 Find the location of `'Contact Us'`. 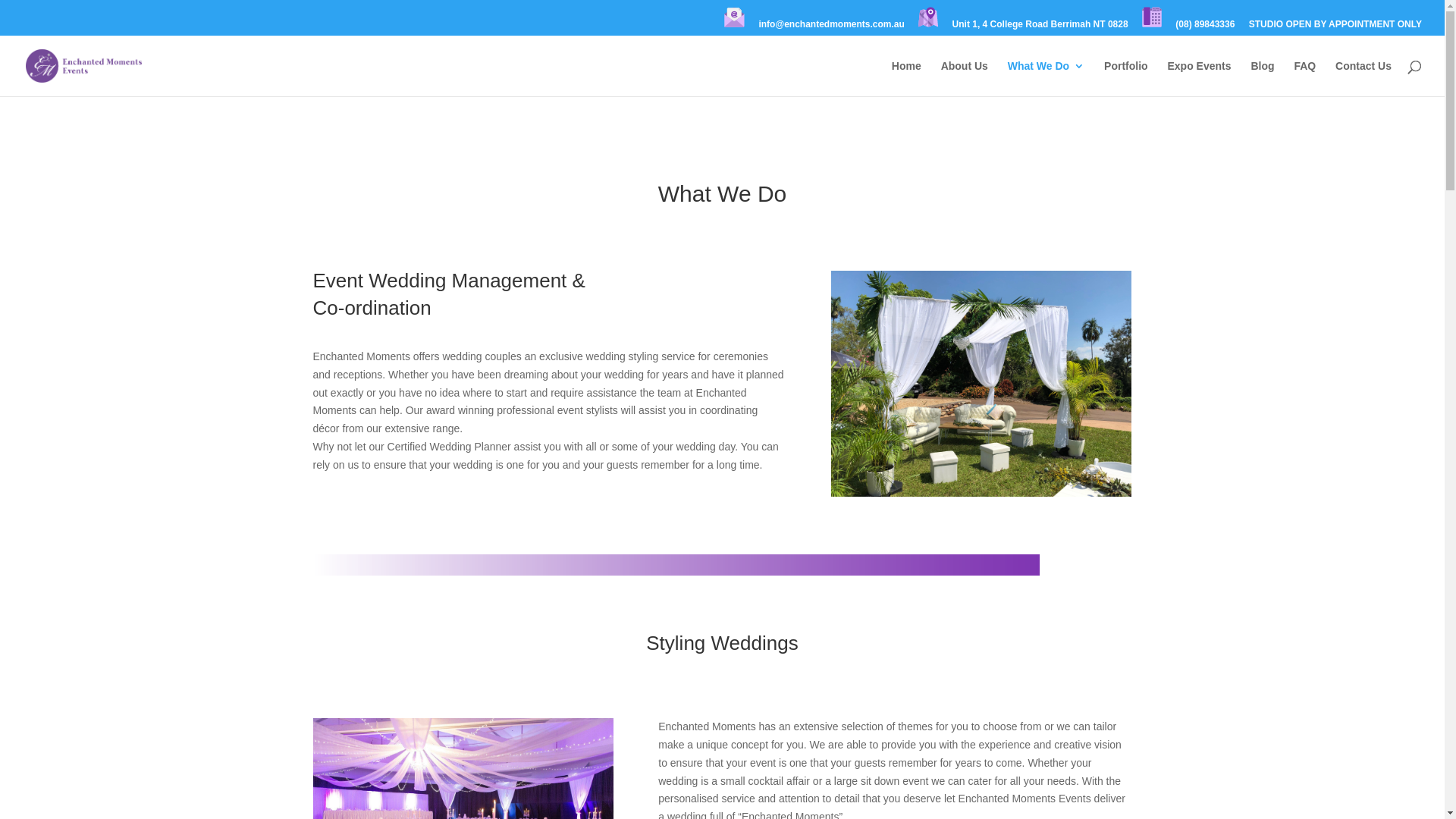

'Contact Us' is located at coordinates (1363, 78).